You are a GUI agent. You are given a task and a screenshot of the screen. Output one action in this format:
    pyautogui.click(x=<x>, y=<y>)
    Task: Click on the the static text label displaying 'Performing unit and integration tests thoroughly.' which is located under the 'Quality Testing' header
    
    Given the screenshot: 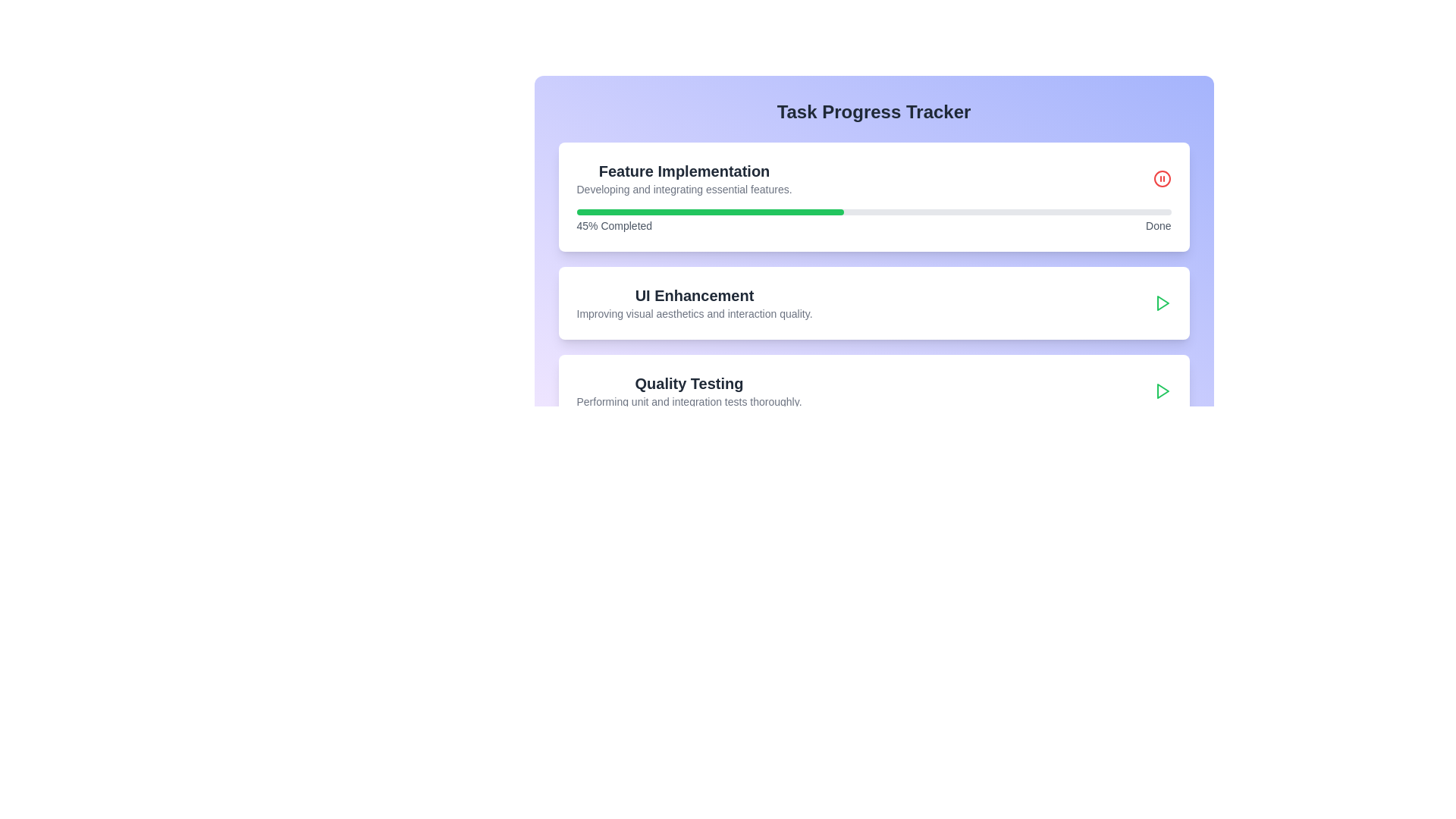 What is the action you would take?
    pyautogui.click(x=688, y=400)
    